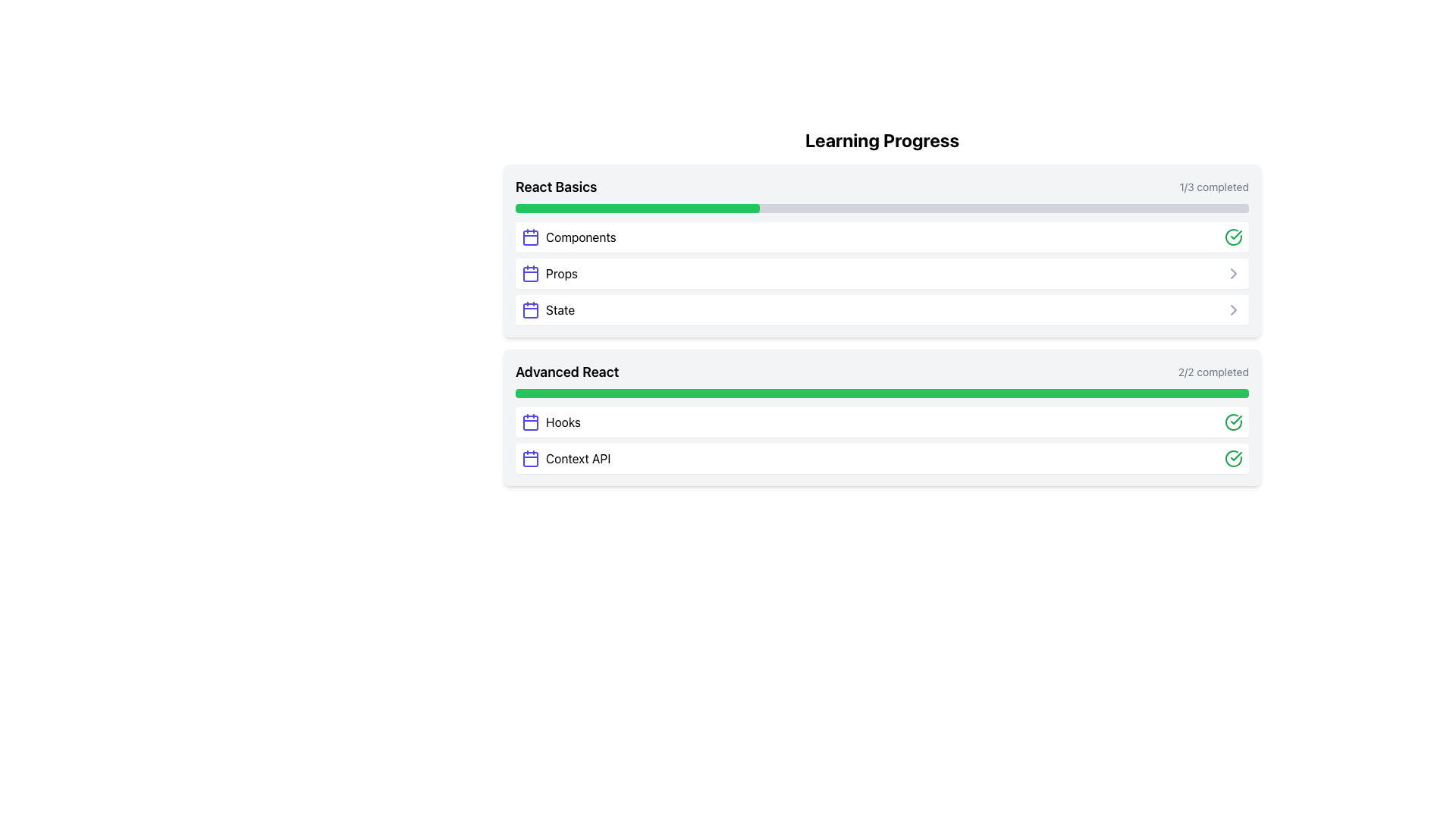 The image size is (1456, 819). What do you see at coordinates (555, 186) in the screenshot?
I see `text content of the bold label displaying 'React Basics' located at the top-left corner of the first section, near the green progress bar` at bounding box center [555, 186].